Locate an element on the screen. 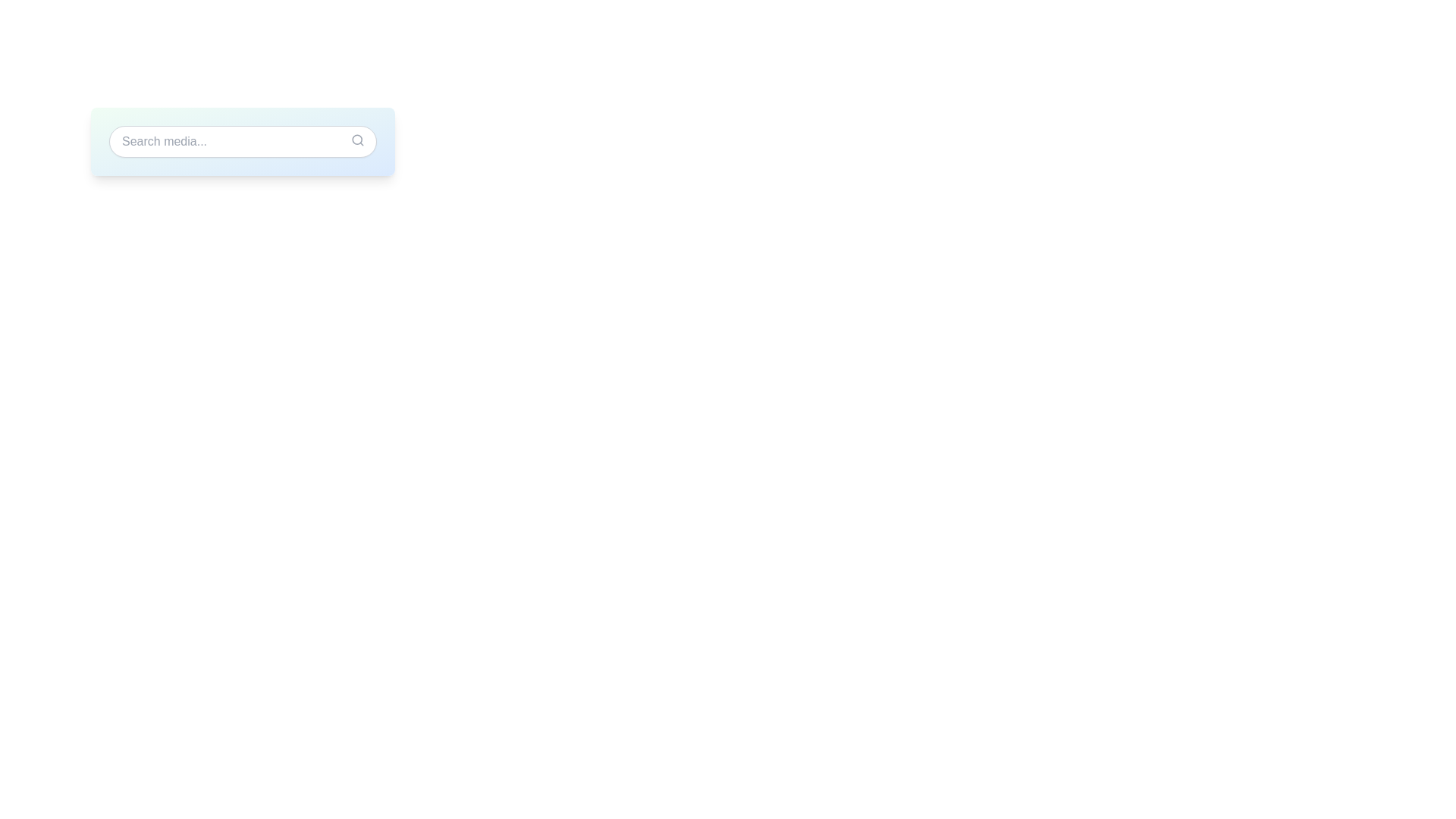  the smaller circle in the center of the magnifying glass icon, located to the far right of the text input field in the search bar is located at coordinates (356, 140).